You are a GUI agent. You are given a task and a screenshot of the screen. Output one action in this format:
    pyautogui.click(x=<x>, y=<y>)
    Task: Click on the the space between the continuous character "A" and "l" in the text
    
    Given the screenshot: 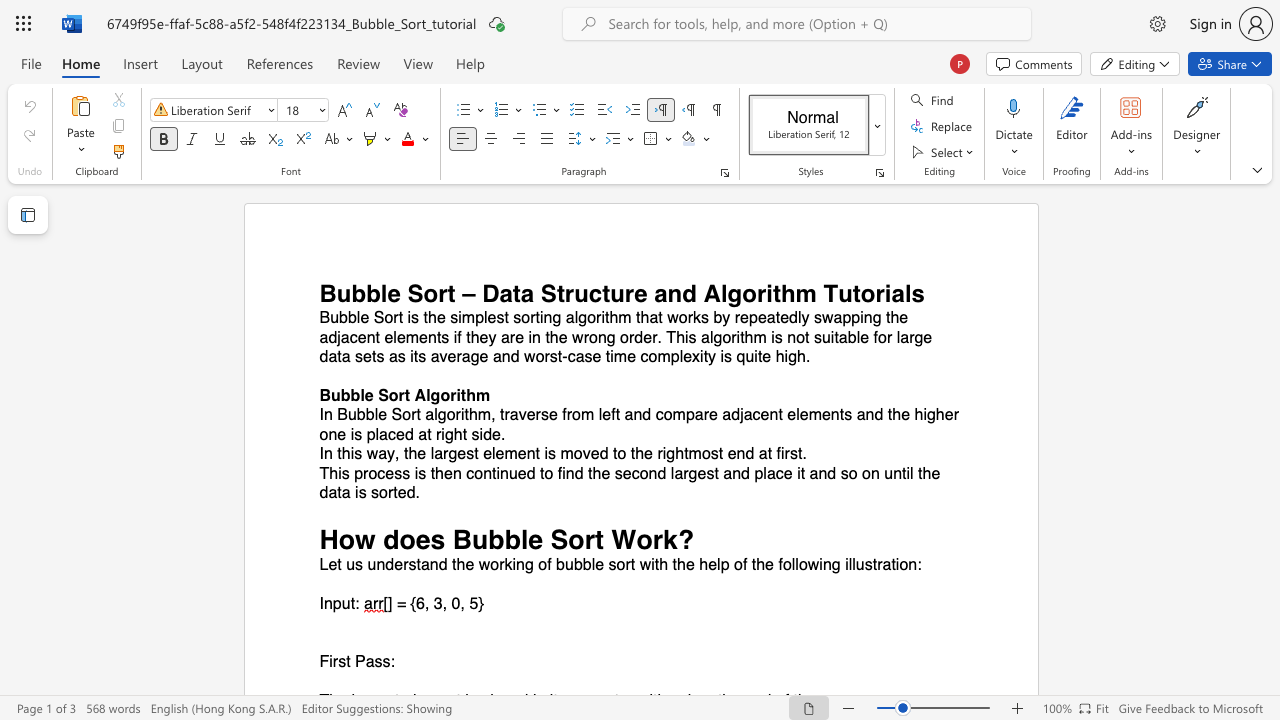 What is the action you would take?
    pyautogui.click(x=423, y=395)
    